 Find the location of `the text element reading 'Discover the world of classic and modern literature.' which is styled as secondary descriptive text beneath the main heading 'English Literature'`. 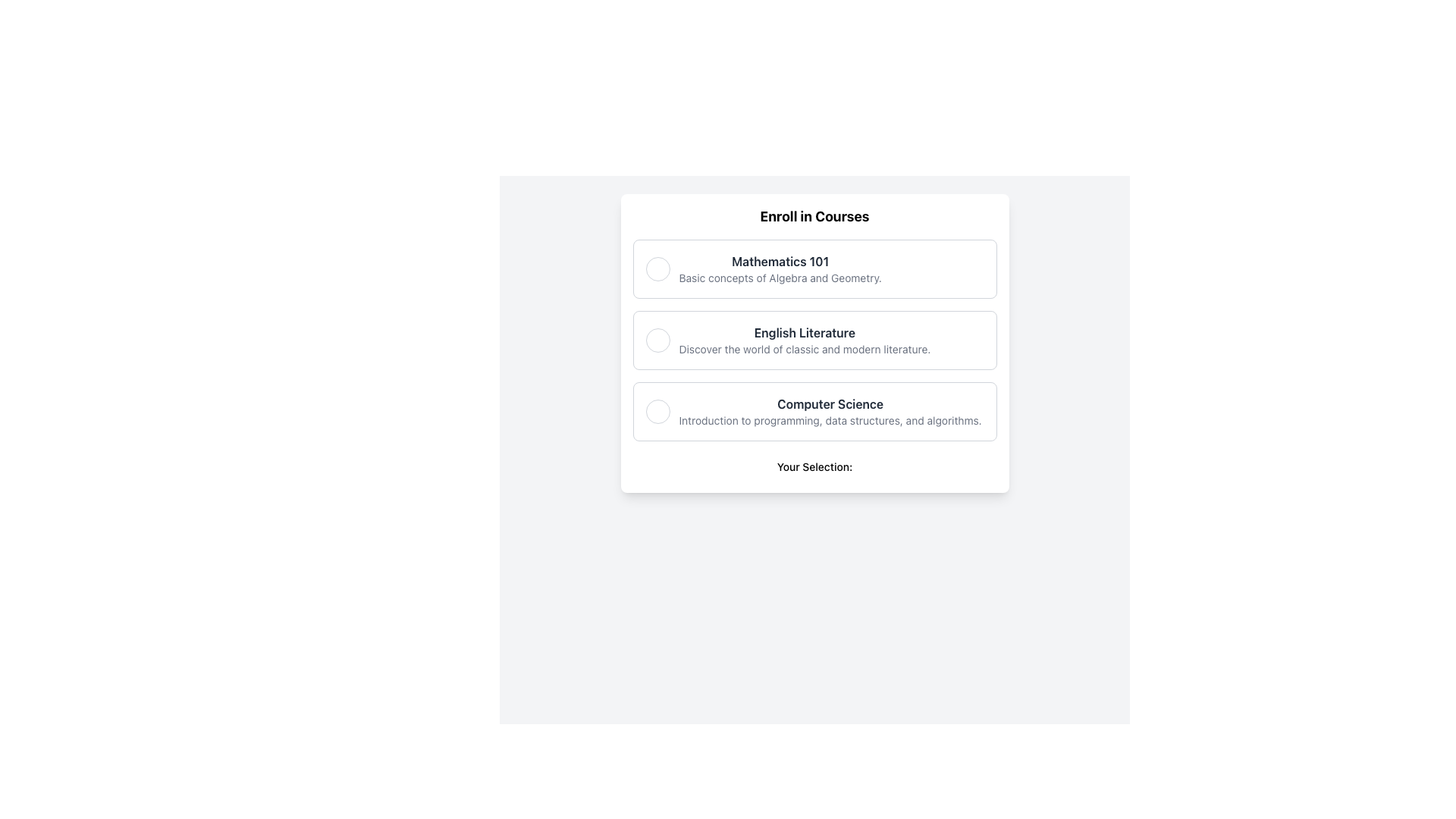

the text element reading 'Discover the world of classic and modern literature.' which is styled as secondary descriptive text beneath the main heading 'English Literature' is located at coordinates (804, 350).